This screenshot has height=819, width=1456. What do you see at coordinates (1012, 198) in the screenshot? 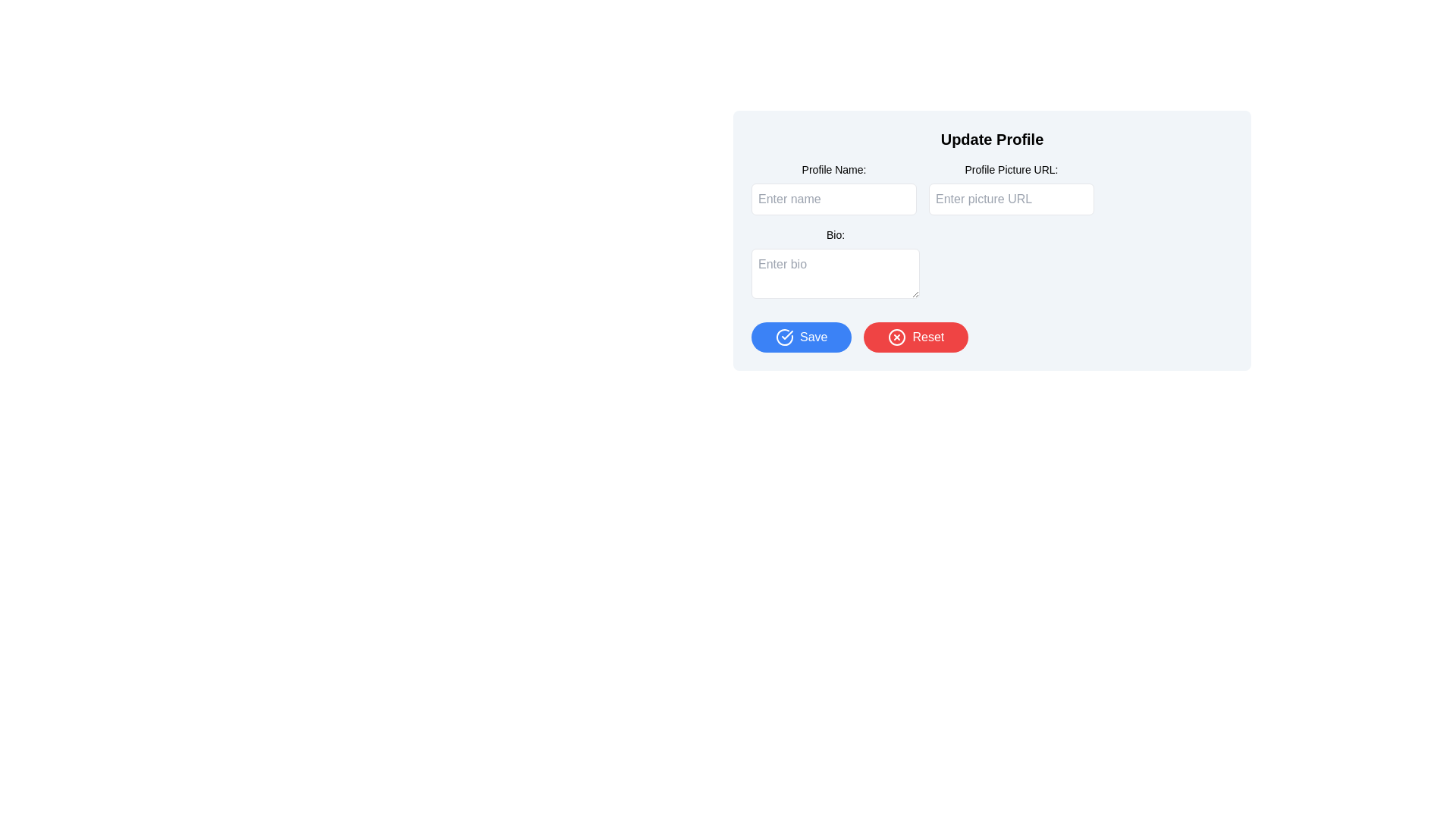
I see `the text input field for entering the picture URL, which is styled with a border and rounded corners and contains placeholder text 'Enter picture URL'` at bounding box center [1012, 198].